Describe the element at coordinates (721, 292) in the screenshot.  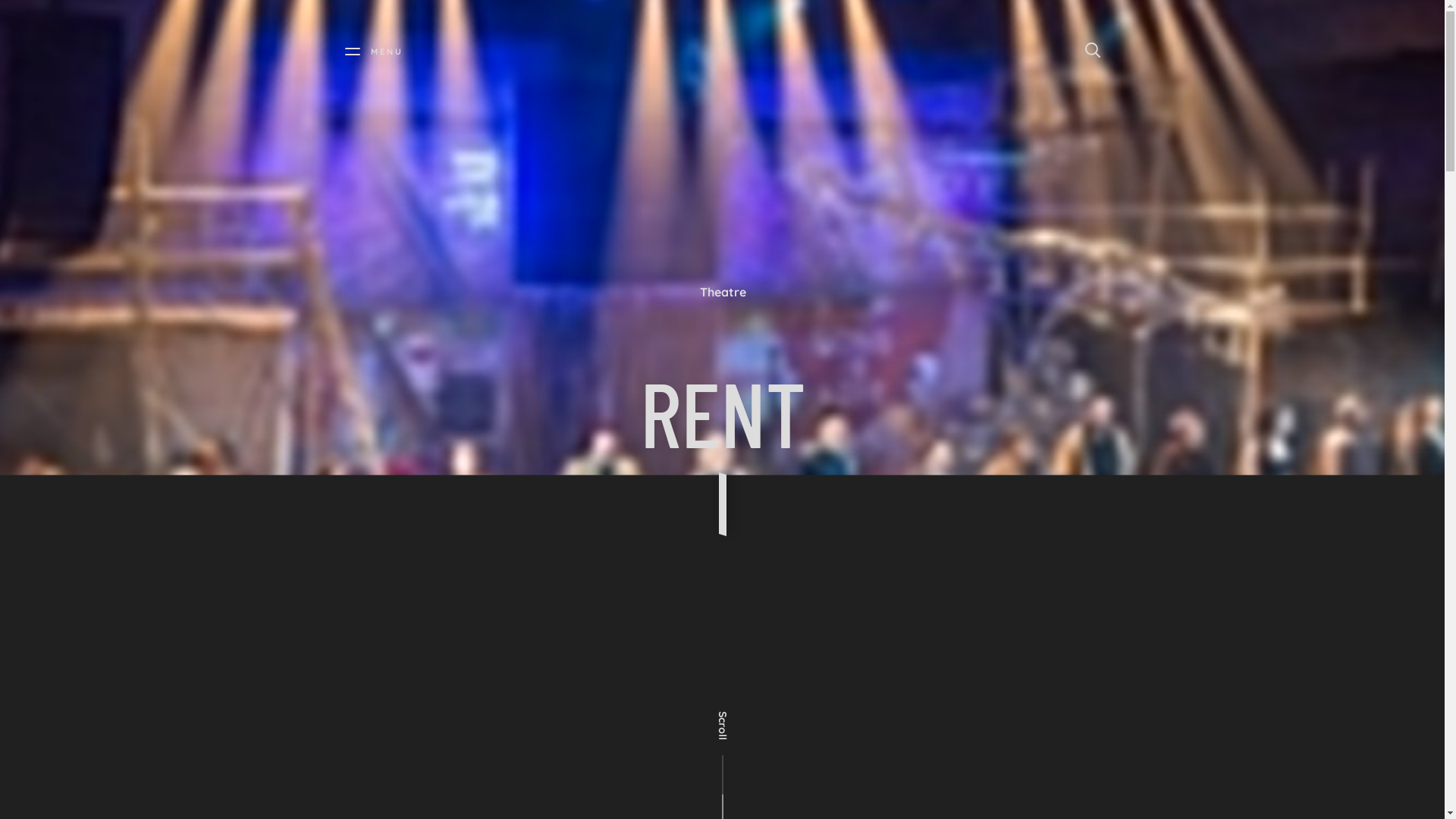
I see `'Theatre'` at that location.